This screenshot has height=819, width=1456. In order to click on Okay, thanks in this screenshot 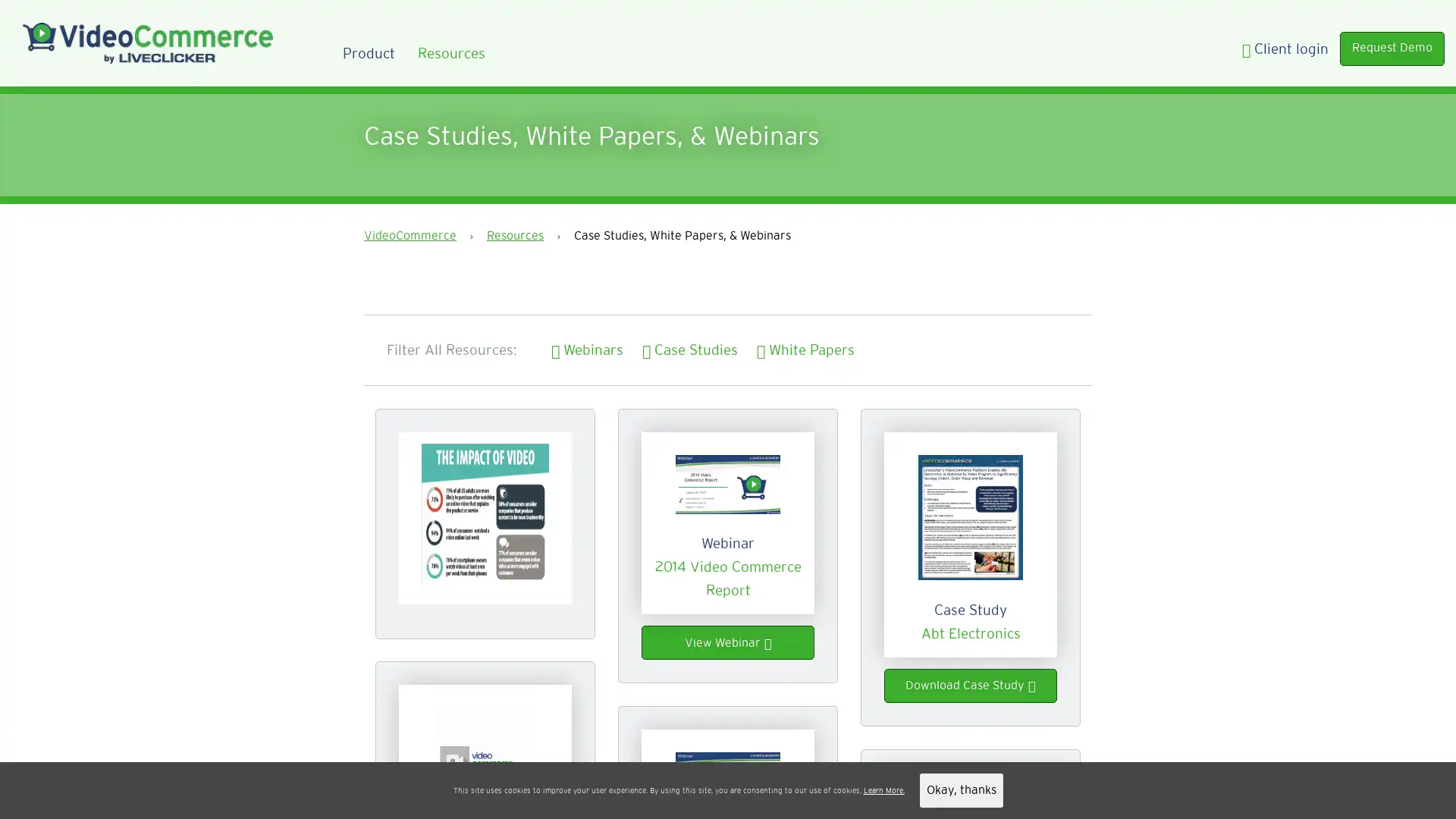, I will do `click(960, 789)`.